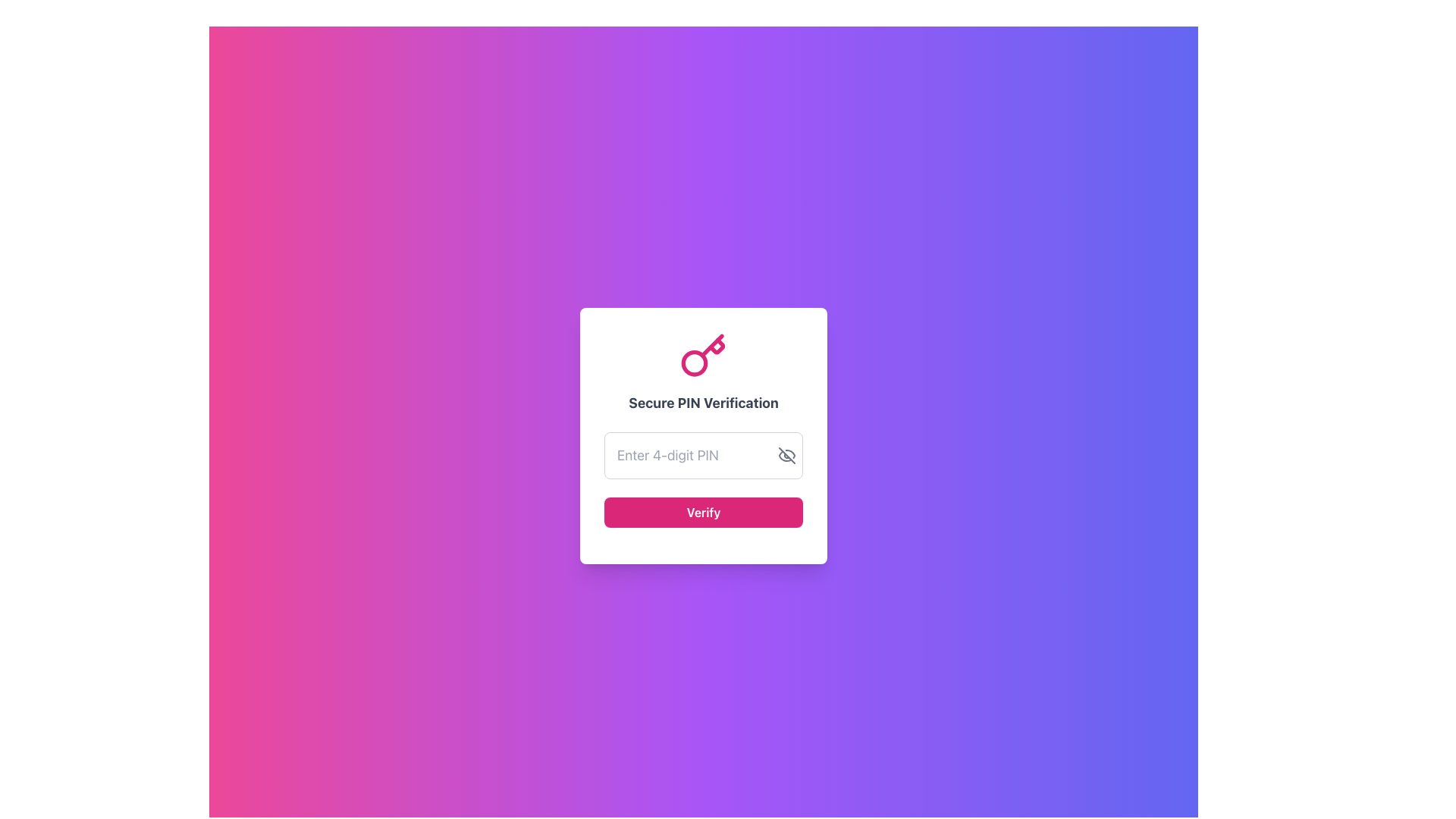 The width and height of the screenshot is (1456, 819). I want to click on the vivid pink key icon that is centrally positioned above the text 'Secure PIN Verification' in the secure verification interface, so click(702, 356).